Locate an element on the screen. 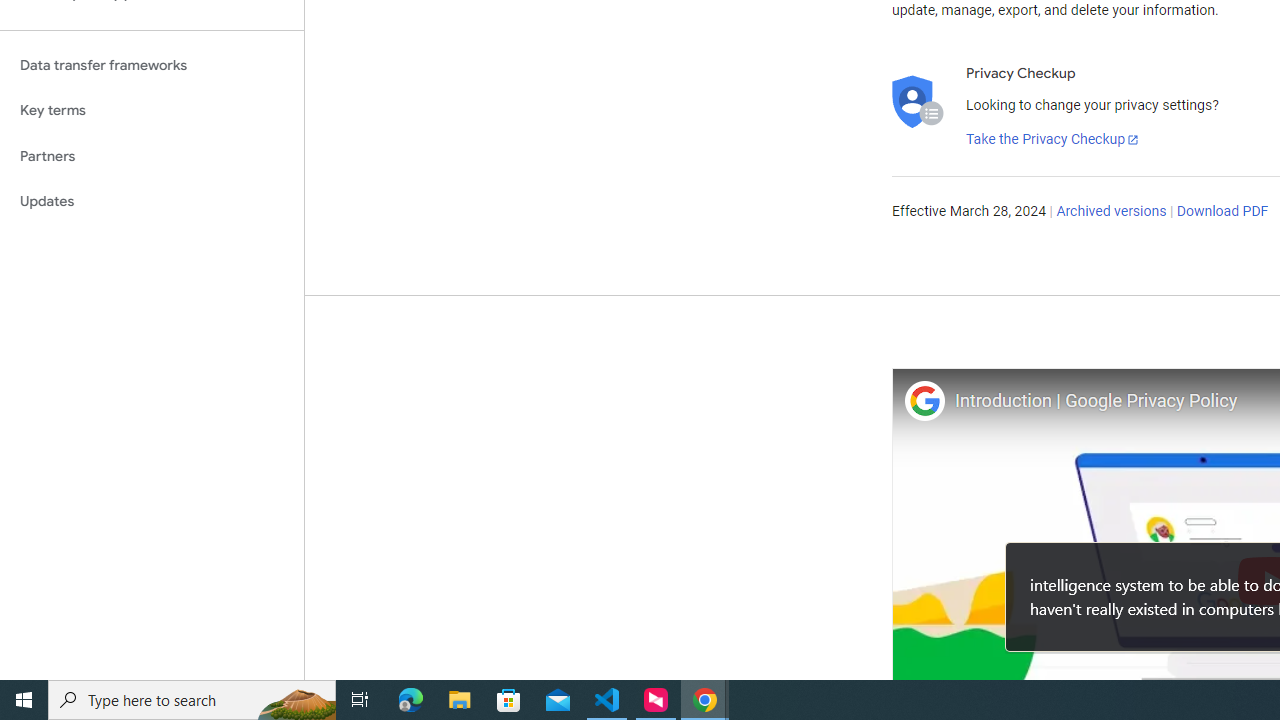  'Archived versions' is located at coordinates (1110, 212).